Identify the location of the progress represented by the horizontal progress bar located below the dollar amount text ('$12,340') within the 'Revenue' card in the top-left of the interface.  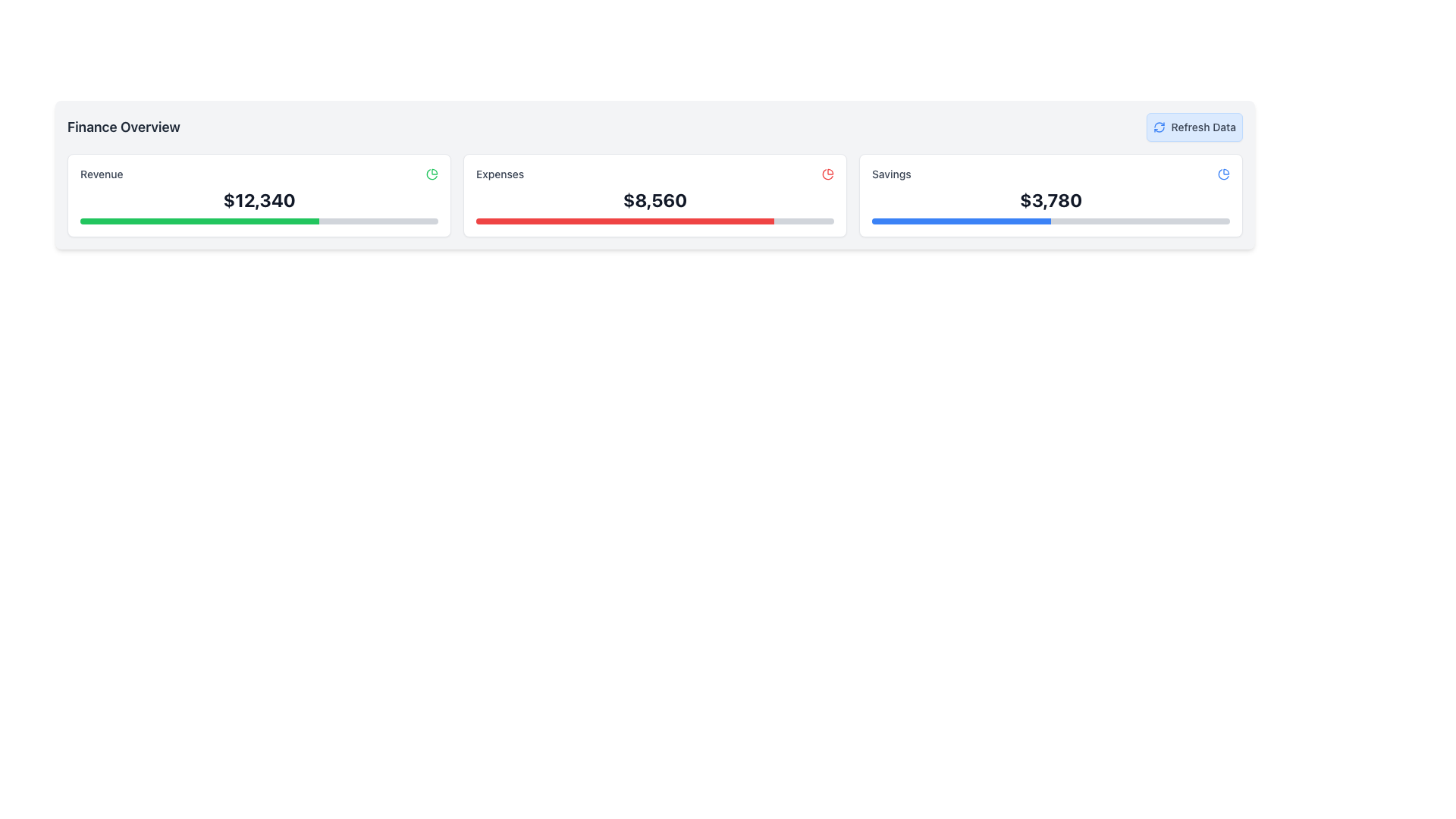
(259, 221).